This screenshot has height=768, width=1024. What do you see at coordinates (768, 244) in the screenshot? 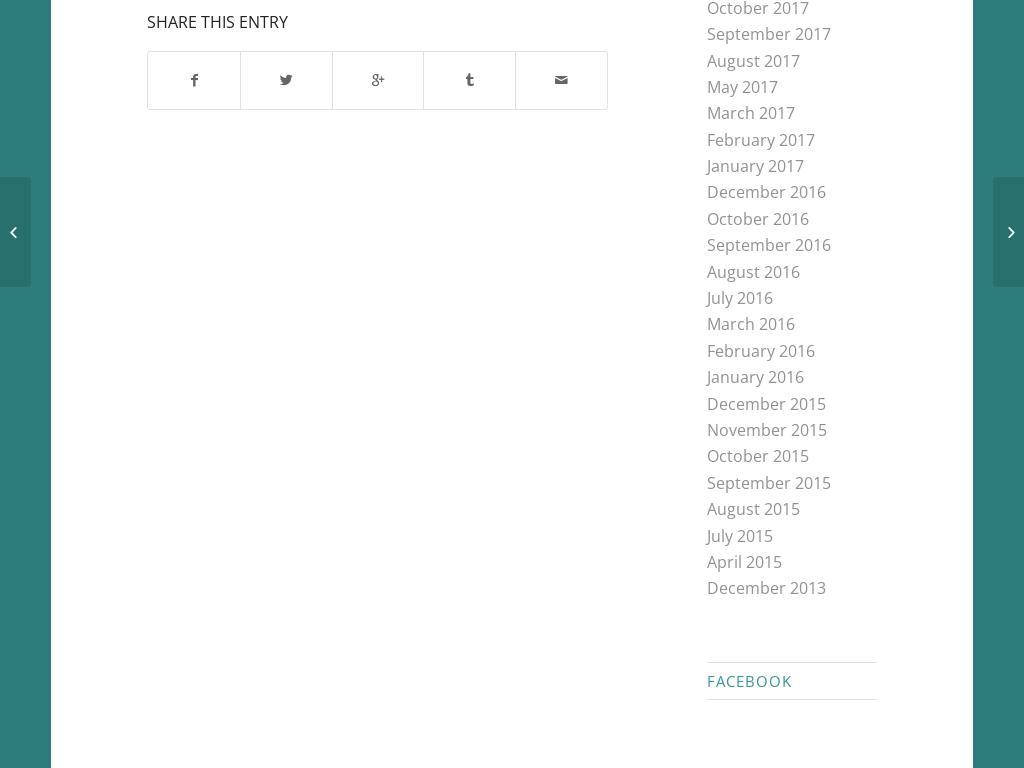
I see `'September 2016'` at bounding box center [768, 244].